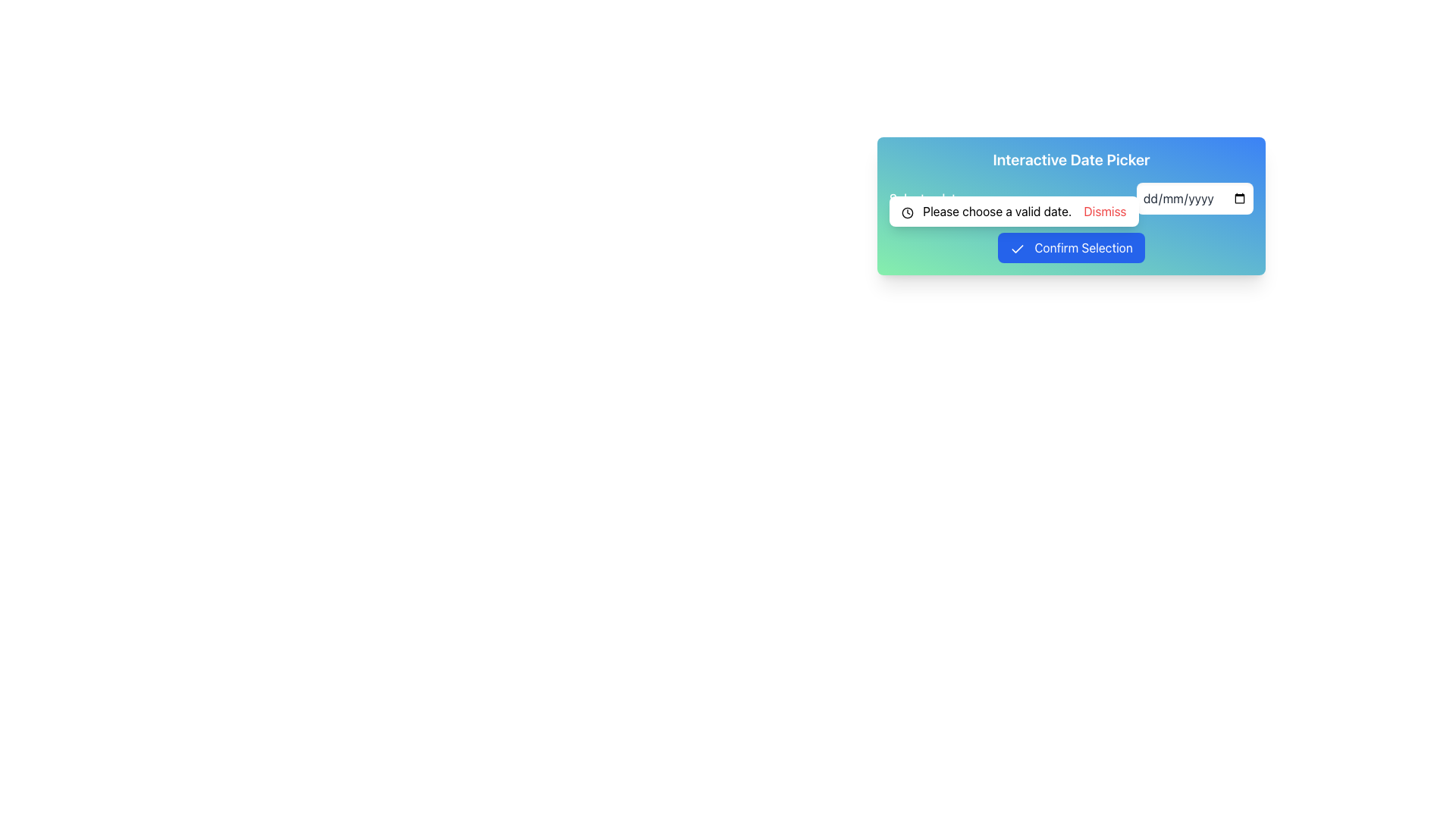 This screenshot has height=819, width=1456. What do you see at coordinates (1070, 160) in the screenshot?
I see `the text label displaying the title 'Interactive Date Picker', which is in bold white font on a gradient background transitioning from green to blue` at bounding box center [1070, 160].